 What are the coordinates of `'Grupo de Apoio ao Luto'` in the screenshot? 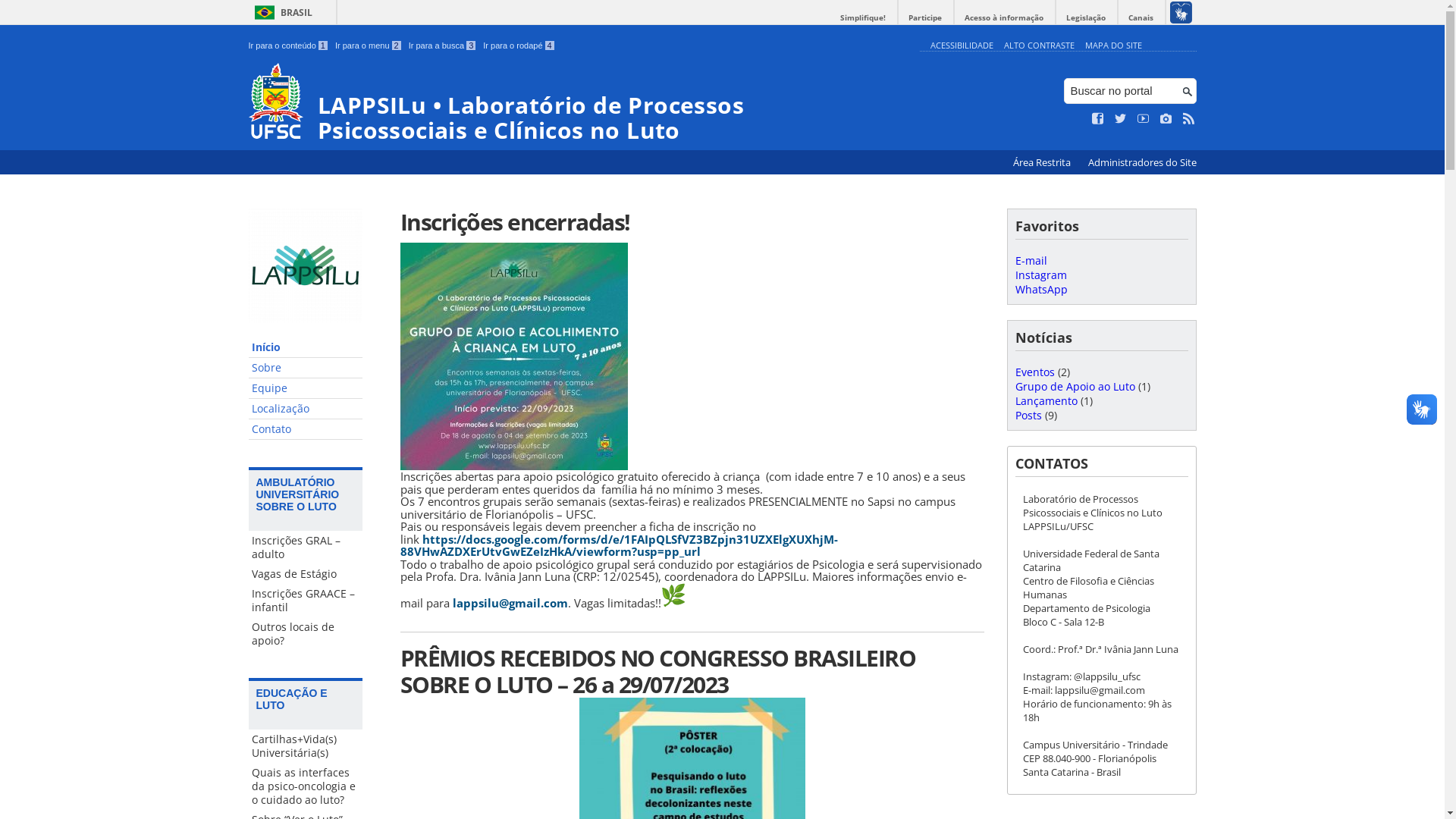 It's located at (1073, 385).